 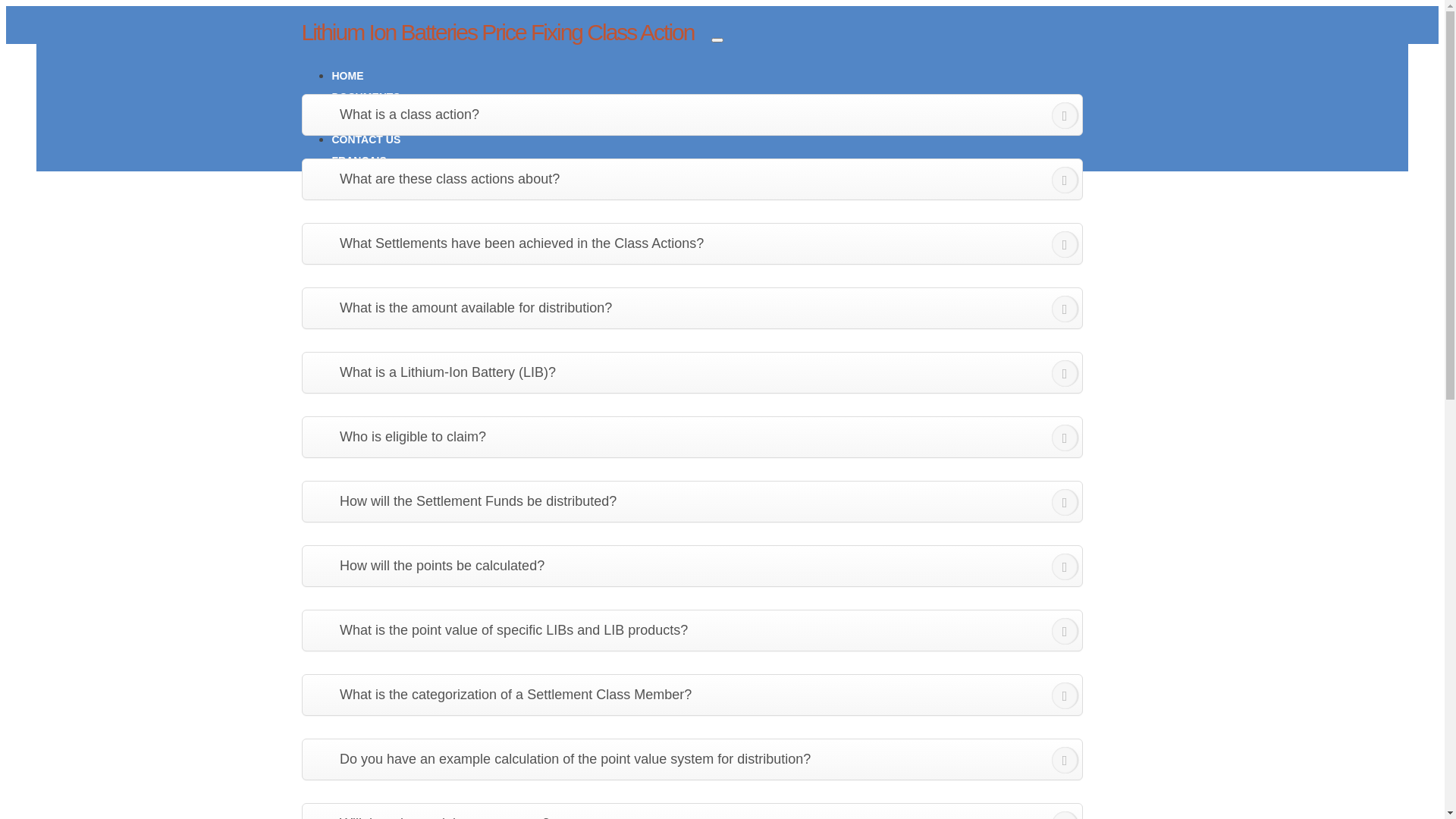 I want to click on 'FRANCAIS', so click(x=359, y=161).